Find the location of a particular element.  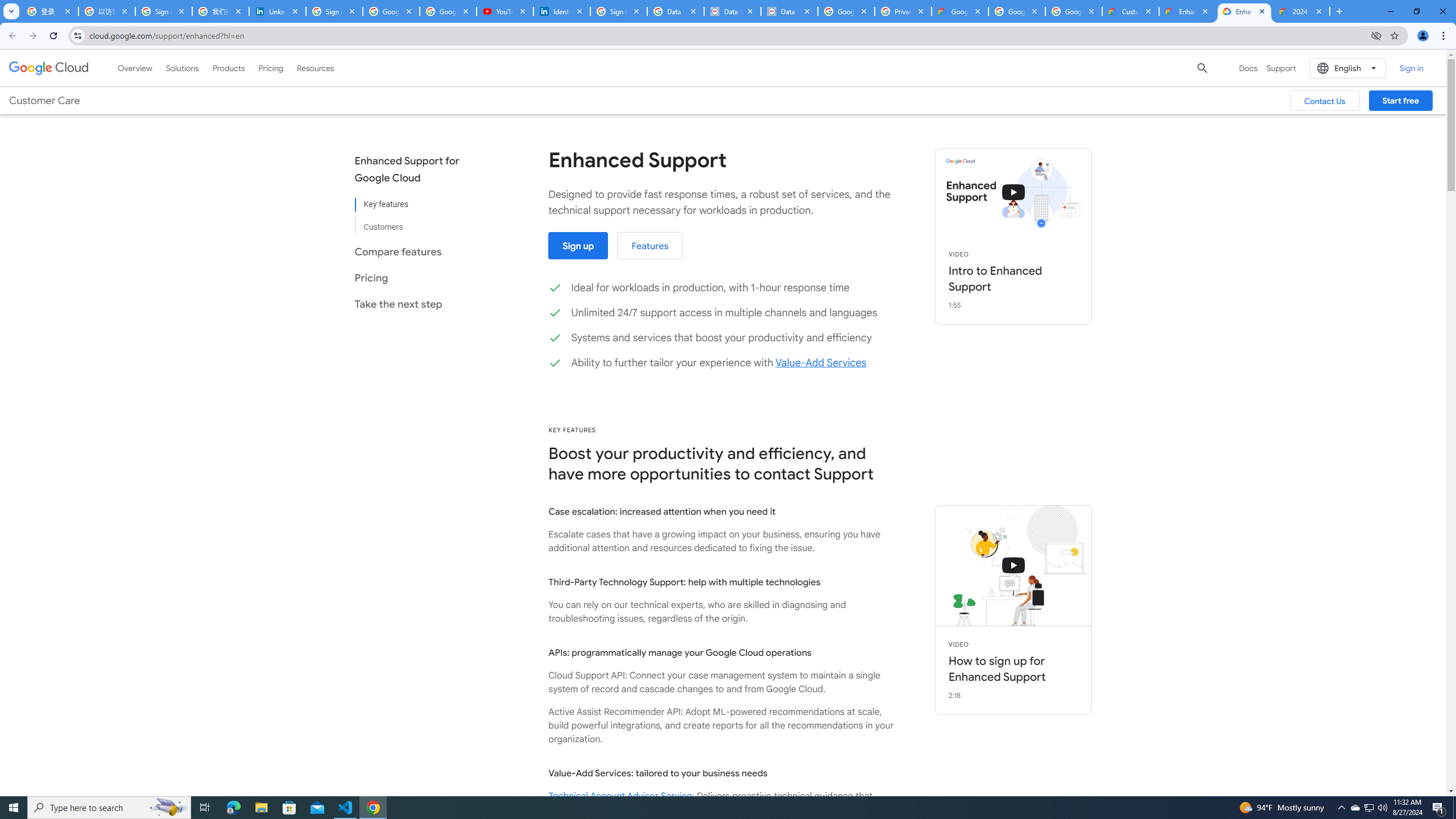

'Customers' is located at coordinates (415, 222).